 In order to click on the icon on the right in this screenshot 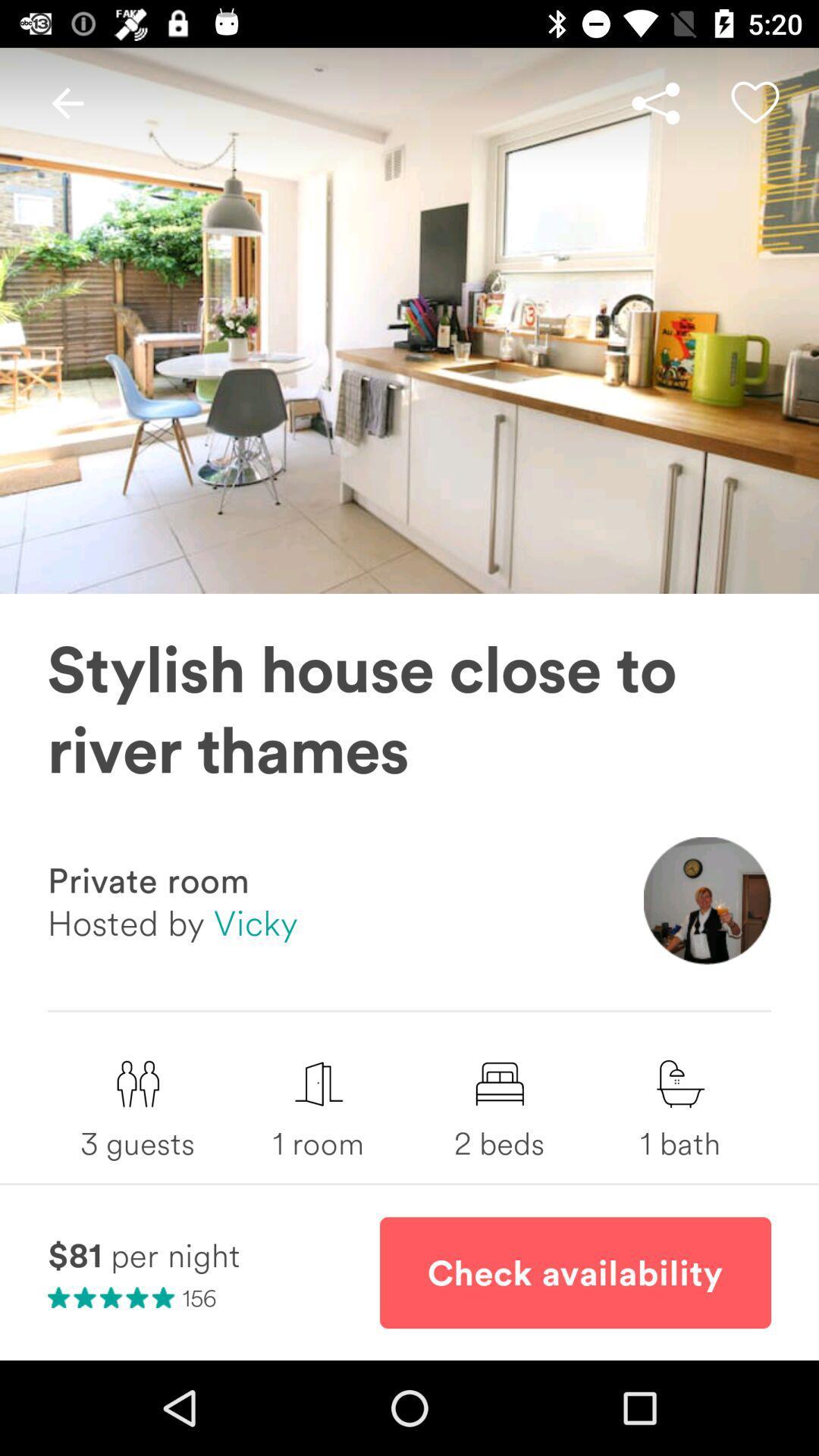, I will do `click(708, 901)`.